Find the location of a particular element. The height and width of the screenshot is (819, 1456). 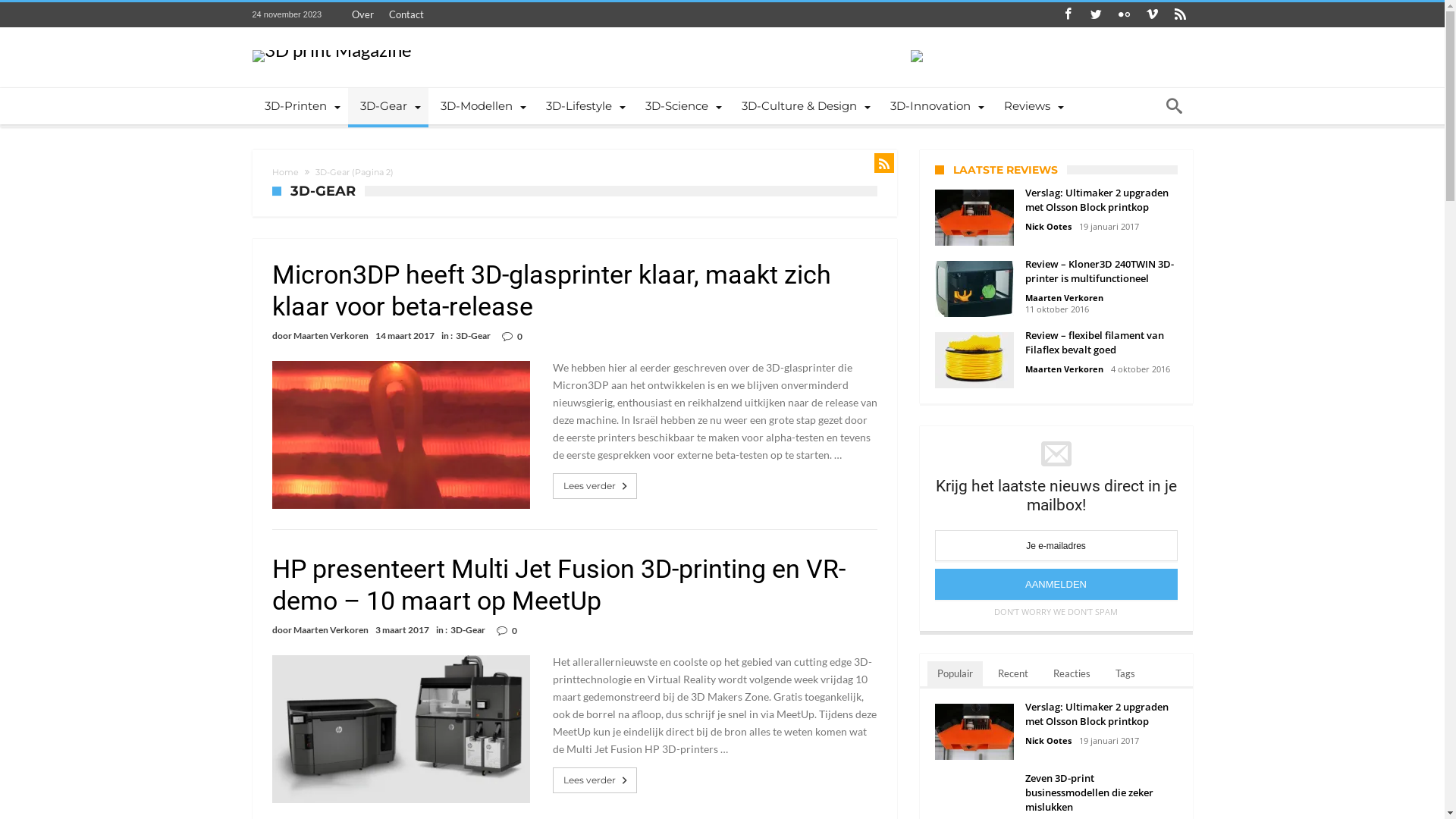

'Populair' is located at coordinates (953, 674).